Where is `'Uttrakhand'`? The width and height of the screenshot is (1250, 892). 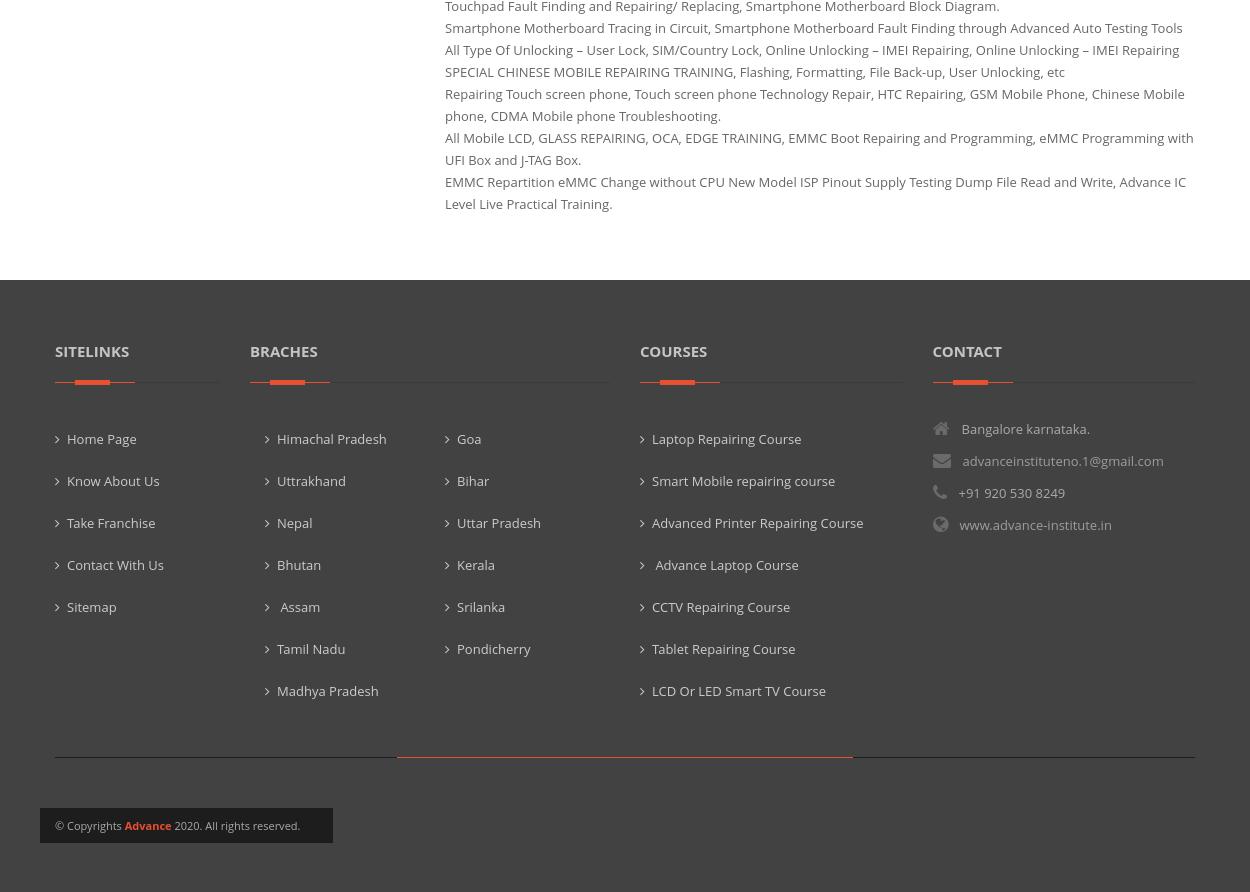 'Uttrakhand' is located at coordinates (311, 480).